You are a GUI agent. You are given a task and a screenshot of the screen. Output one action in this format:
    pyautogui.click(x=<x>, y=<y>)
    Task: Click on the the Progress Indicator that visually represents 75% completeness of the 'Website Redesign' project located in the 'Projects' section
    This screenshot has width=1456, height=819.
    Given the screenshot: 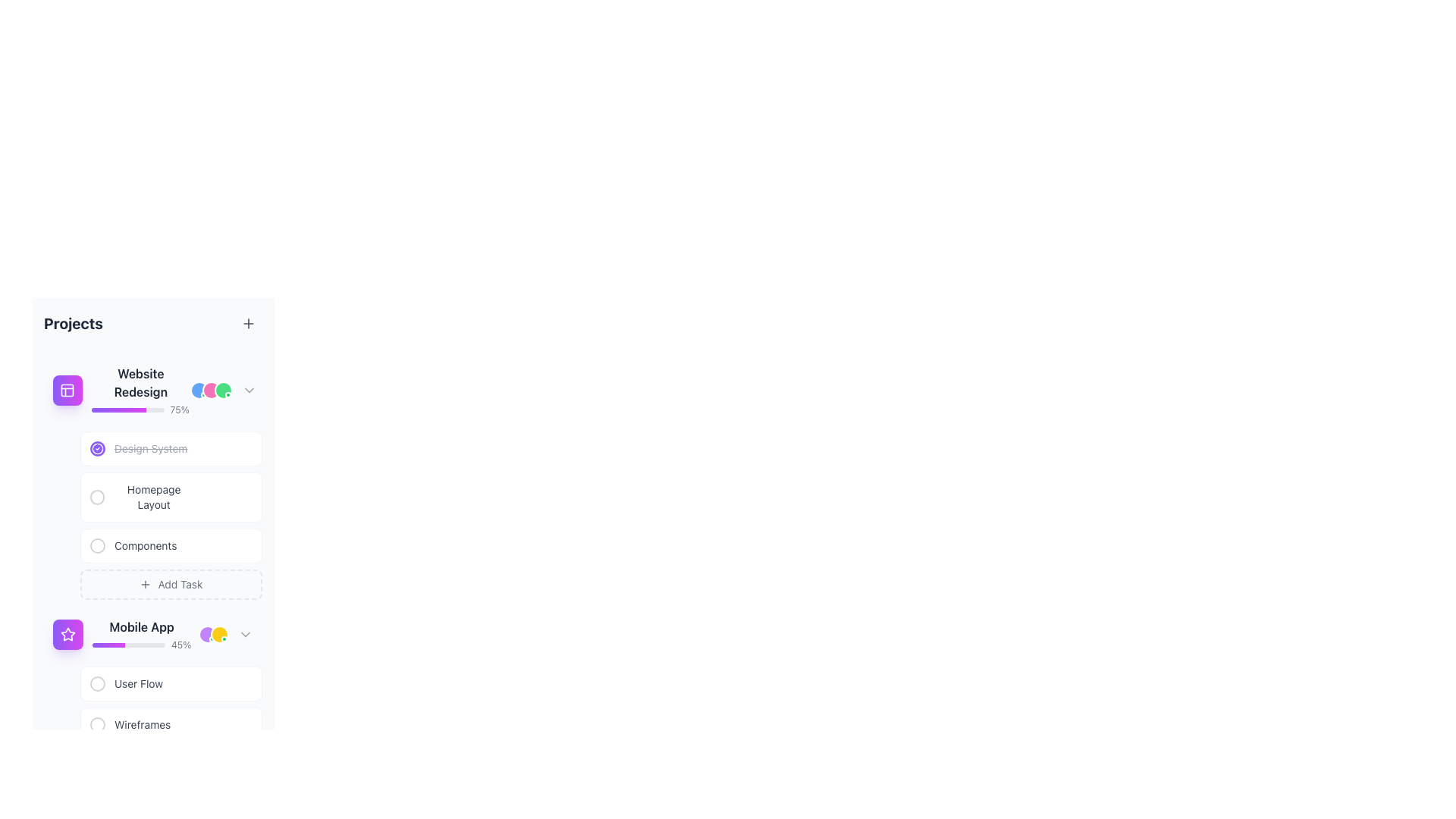 What is the action you would take?
    pyautogui.click(x=118, y=409)
    